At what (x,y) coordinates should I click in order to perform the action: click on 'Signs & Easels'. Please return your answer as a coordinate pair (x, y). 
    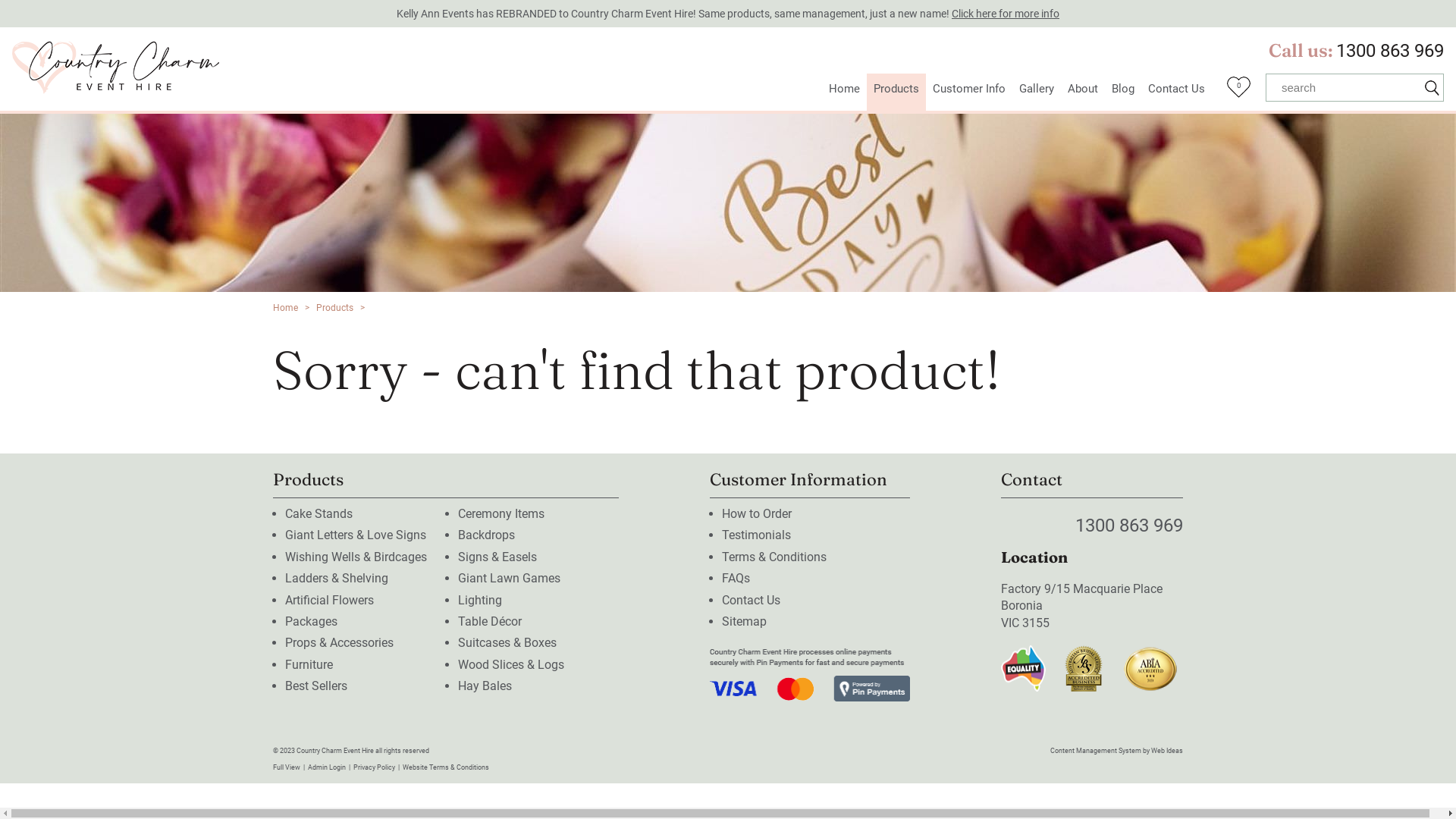
    Looking at the image, I should click on (497, 557).